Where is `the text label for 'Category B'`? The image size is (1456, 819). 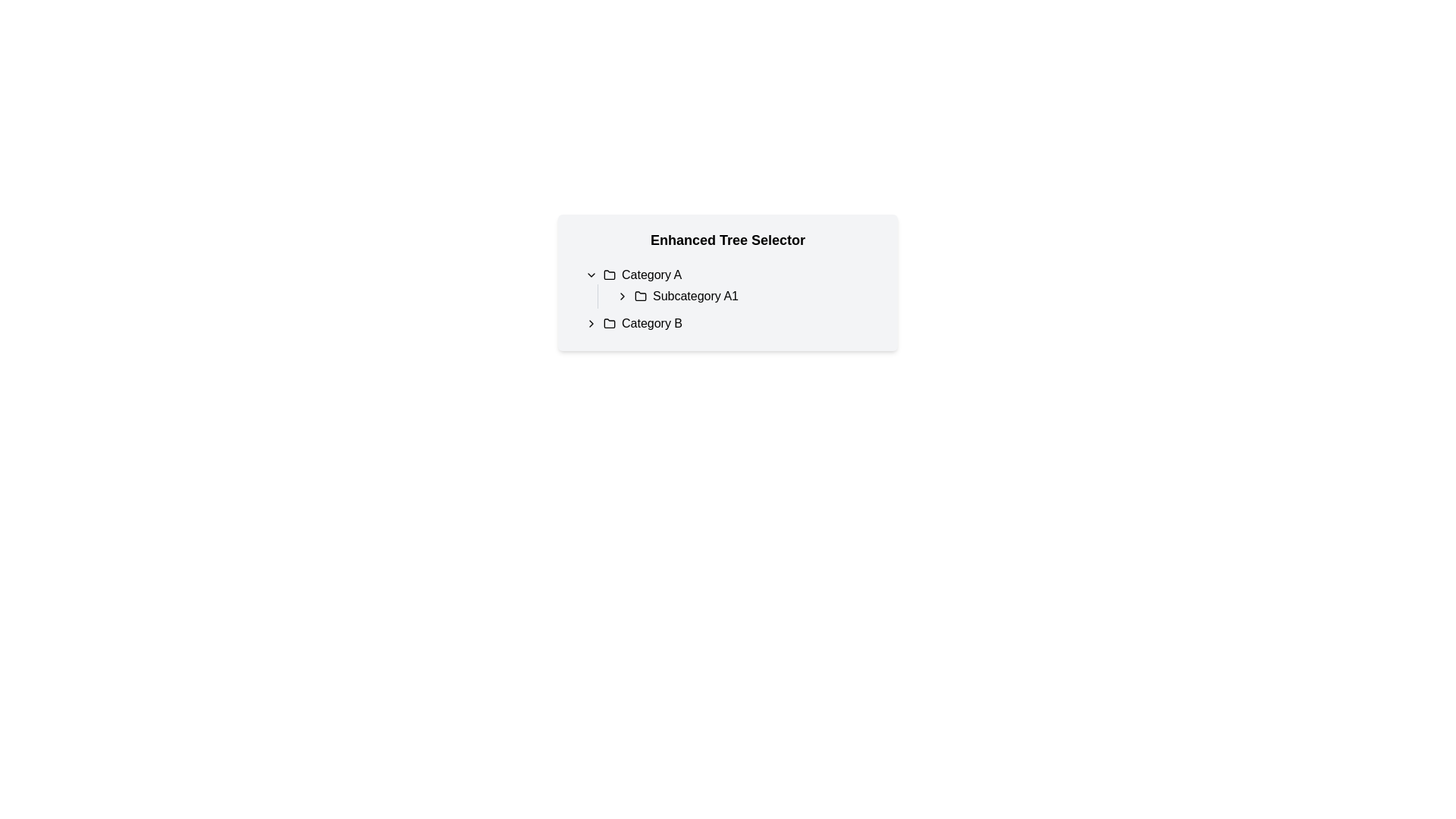
the text label for 'Category B' is located at coordinates (651, 323).